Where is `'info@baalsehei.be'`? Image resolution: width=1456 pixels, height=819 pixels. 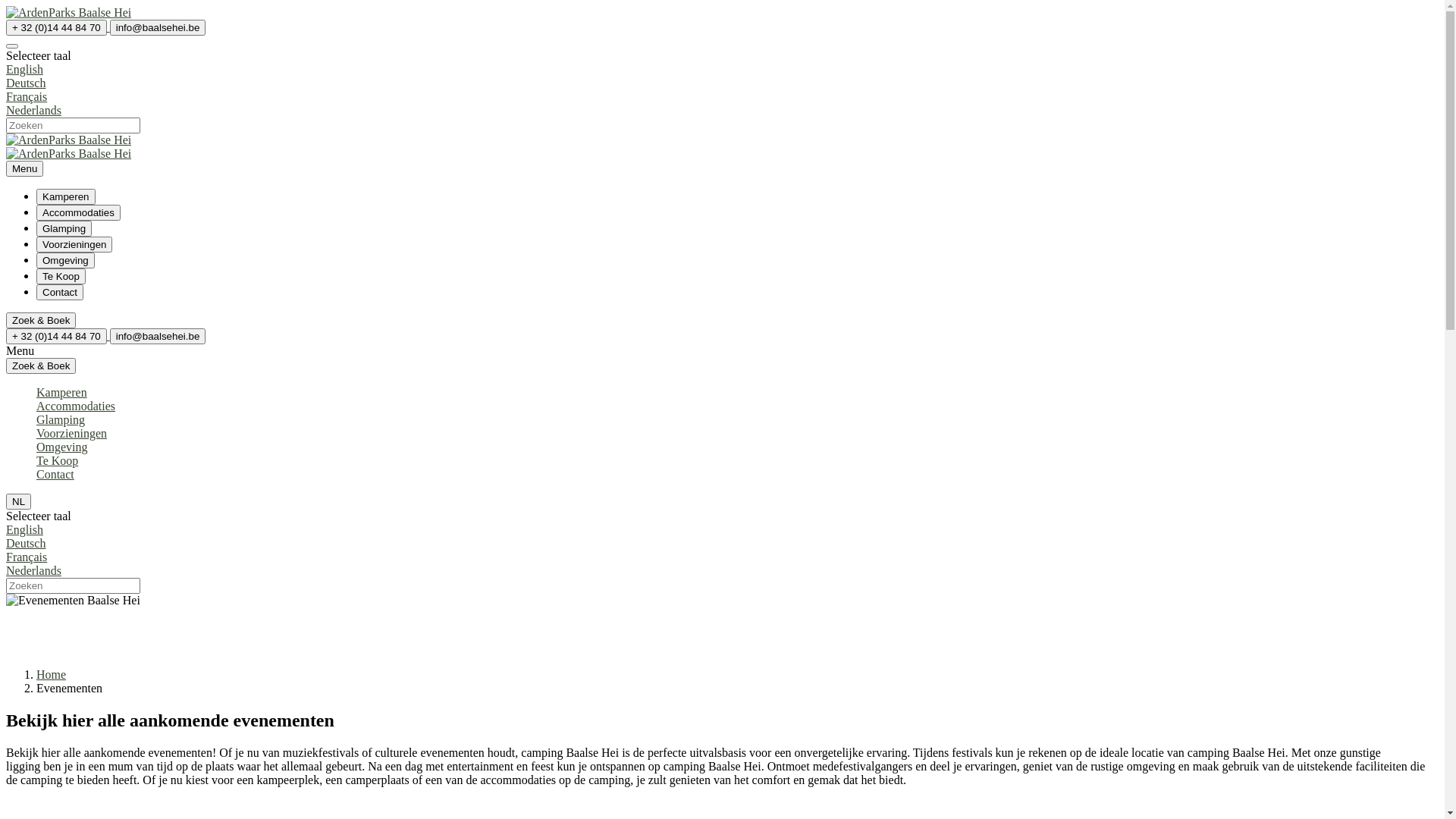
'info@baalsehei.be' is located at coordinates (108, 334).